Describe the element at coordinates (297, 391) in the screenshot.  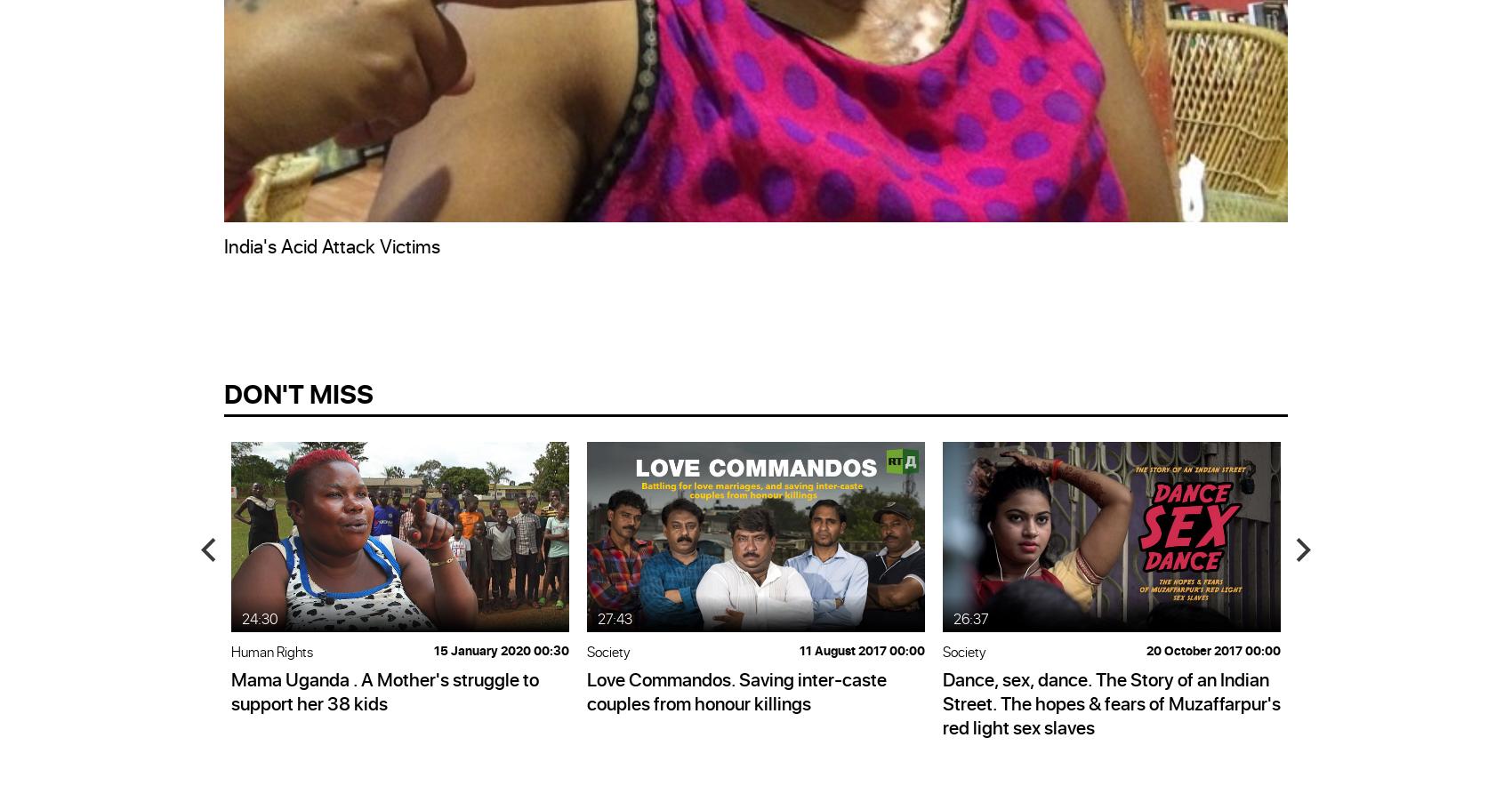
I see `'DON'T MISS'` at that location.